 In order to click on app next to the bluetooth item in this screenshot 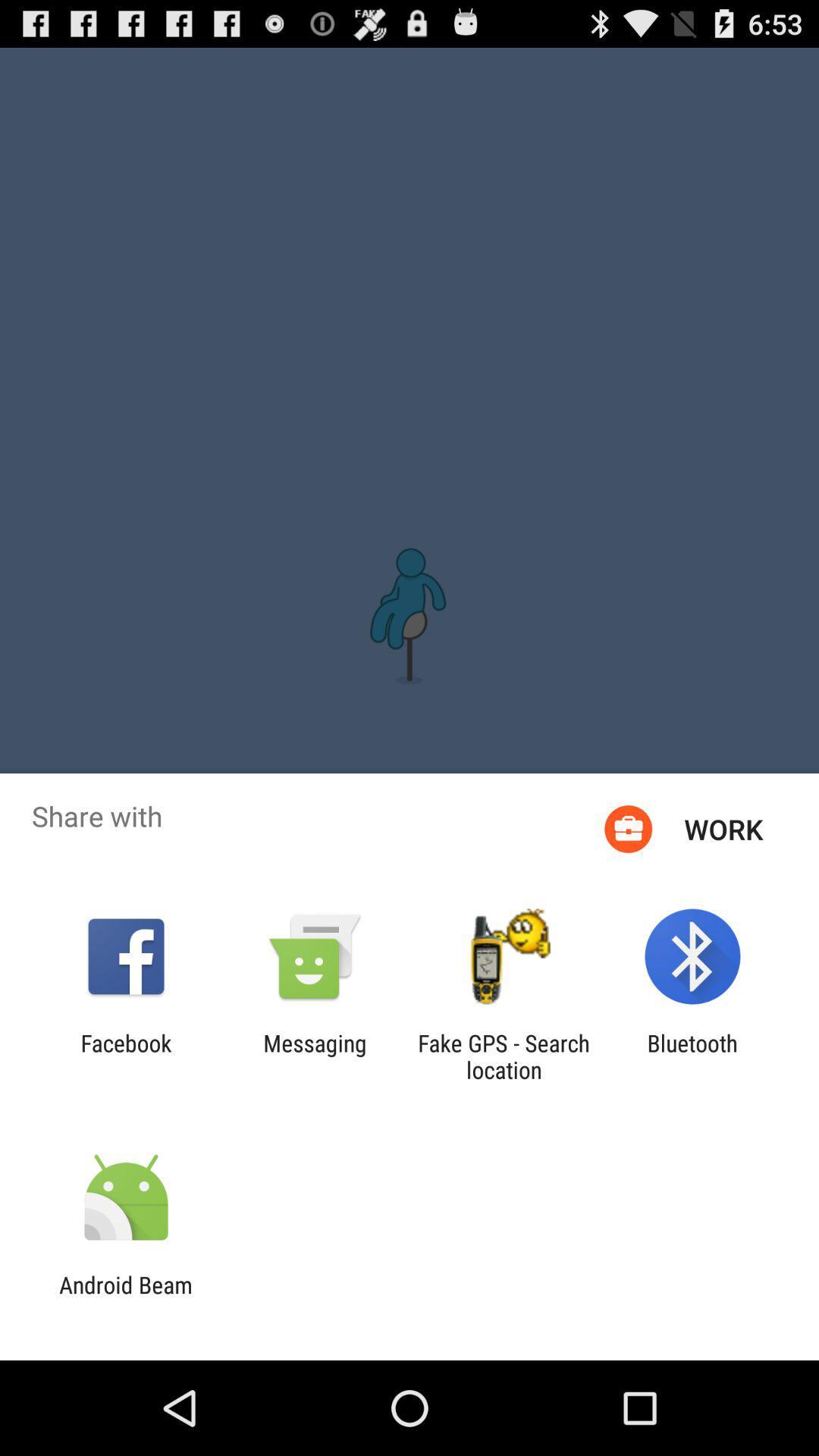, I will do `click(504, 1056)`.